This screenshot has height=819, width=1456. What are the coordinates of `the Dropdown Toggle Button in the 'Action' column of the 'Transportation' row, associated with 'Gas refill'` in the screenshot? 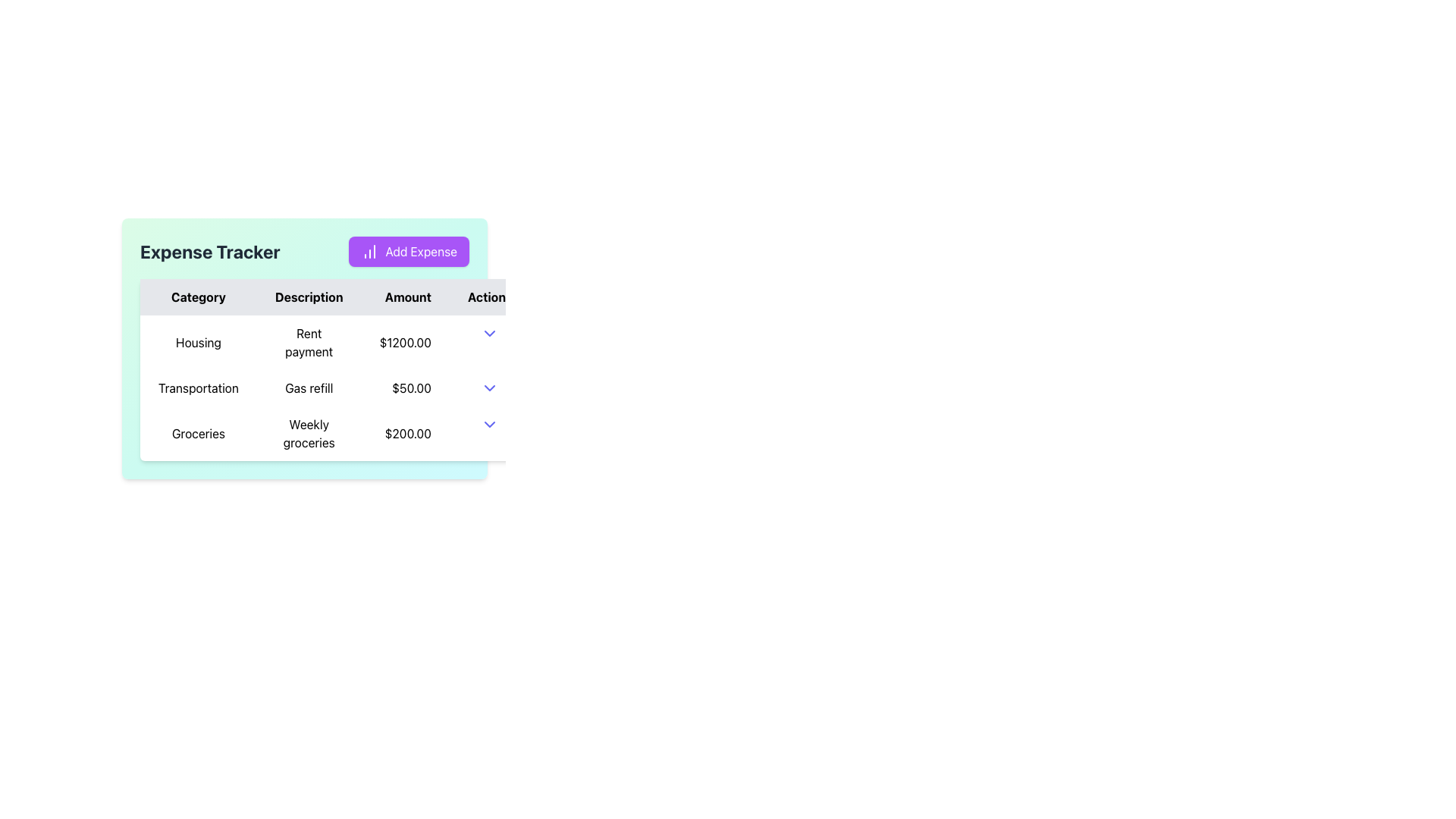 It's located at (490, 388).